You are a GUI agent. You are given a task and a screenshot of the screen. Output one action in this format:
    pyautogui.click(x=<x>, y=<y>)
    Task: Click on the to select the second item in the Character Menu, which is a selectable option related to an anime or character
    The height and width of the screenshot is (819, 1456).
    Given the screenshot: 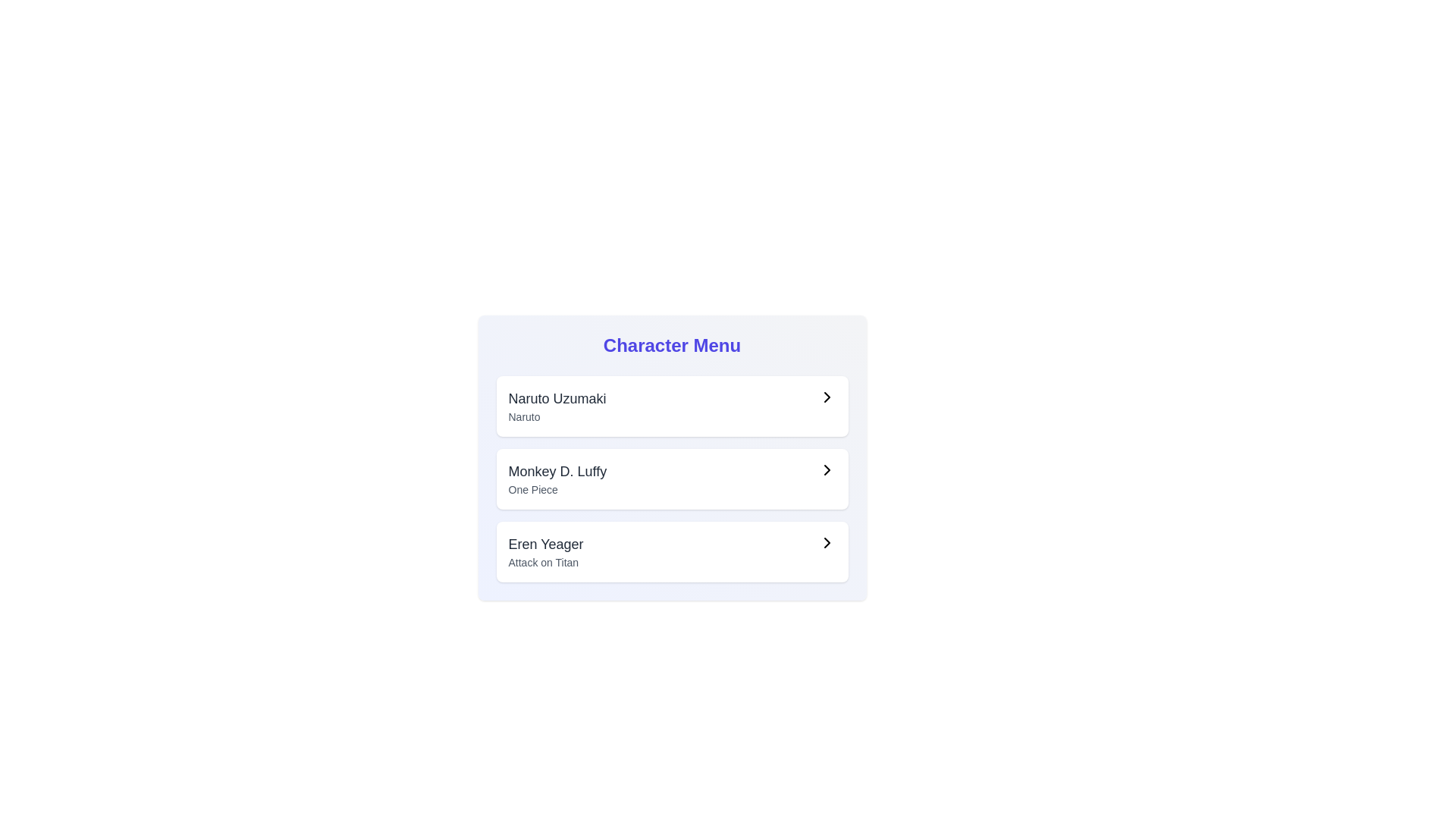 What is the action you would take?
    pyautogui.click(x=671, y=479)
    